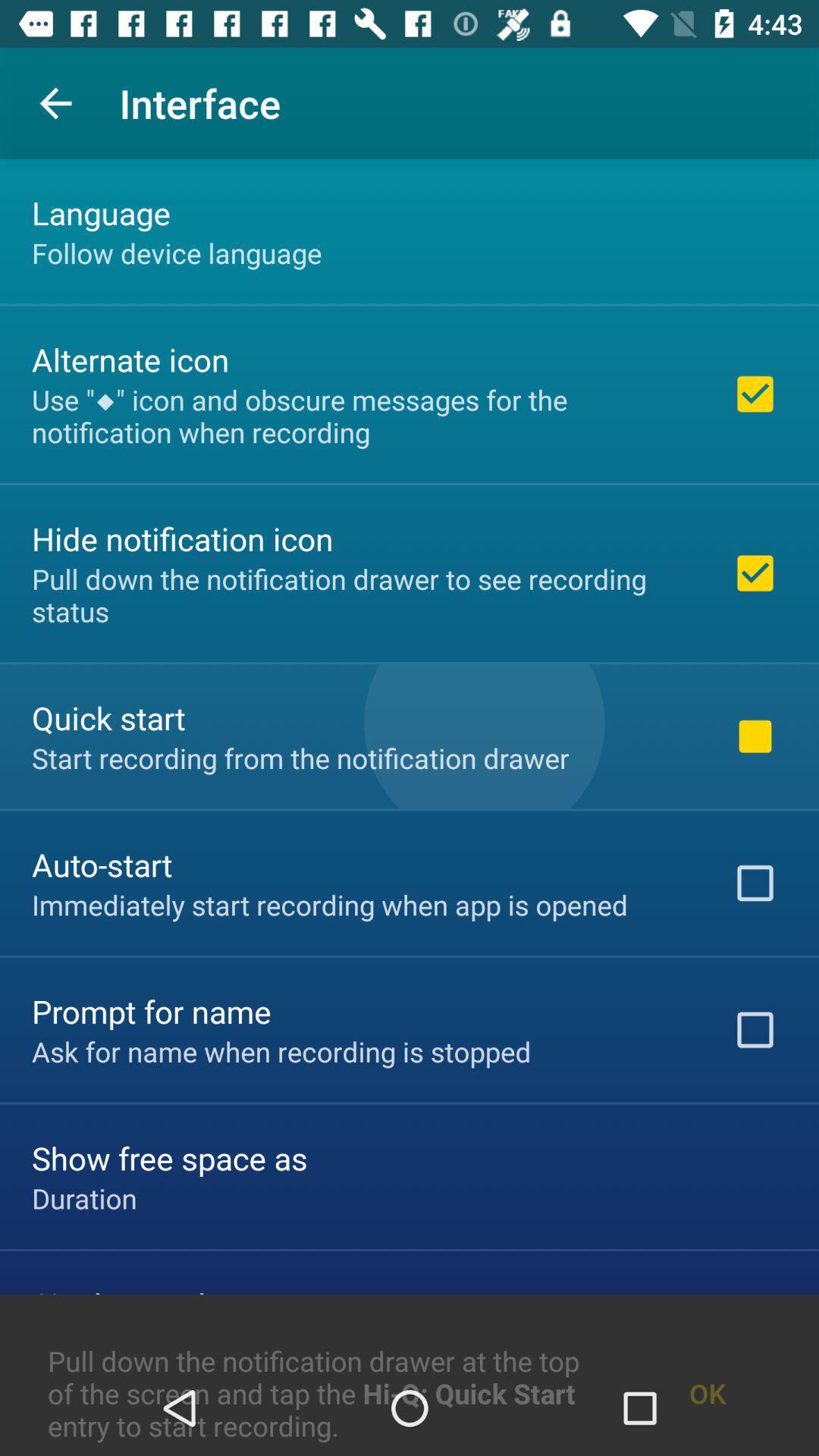 The width and height of the screenshot is (819, 1456). Describe the element at coordinates (102, 864) in the screenshot. I see `item below start recording from item` at that location.